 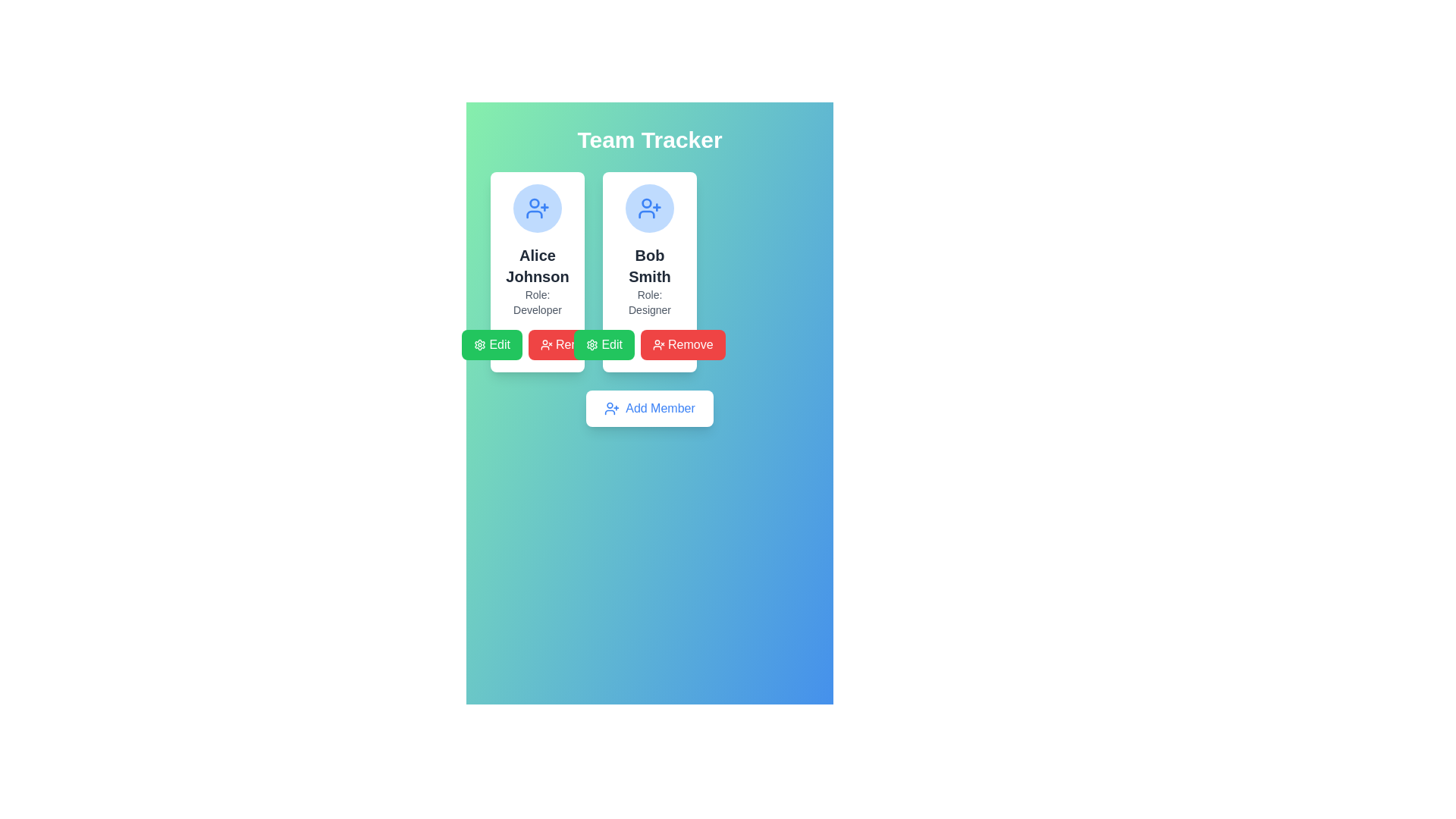 What do you see at coordinates (479, 345) in the screenshot?
I see `the 'Edit' button icon located at the bottom left of Alice Johnson's profile card, which indicates configuration or modification options` at bounding box center [479, 345].